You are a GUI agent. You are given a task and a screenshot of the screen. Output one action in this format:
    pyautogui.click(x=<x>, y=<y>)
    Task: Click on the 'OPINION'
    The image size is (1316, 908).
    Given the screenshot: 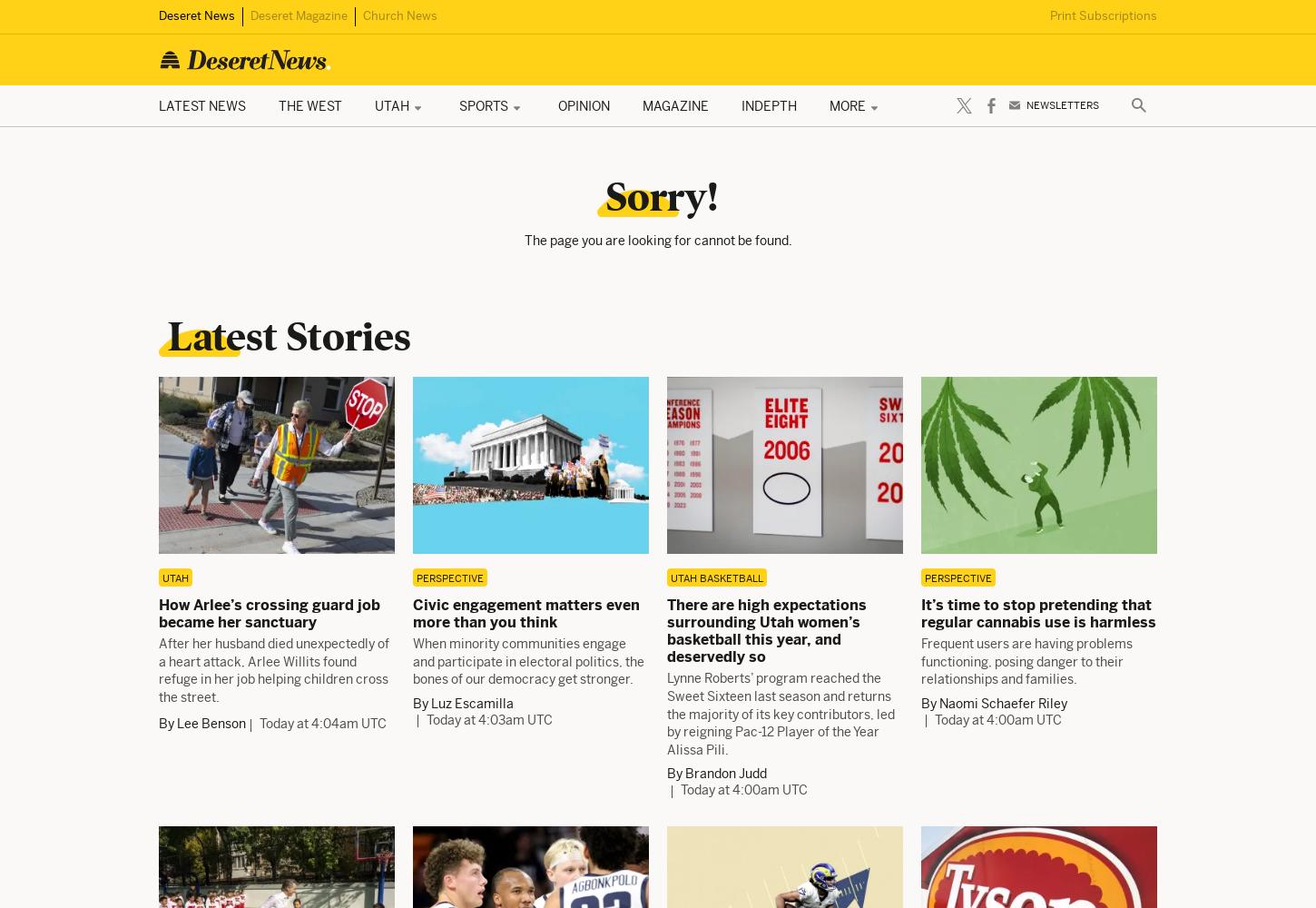 What is the action you would take?
    pyautogui.click(x=556, y=104)
    